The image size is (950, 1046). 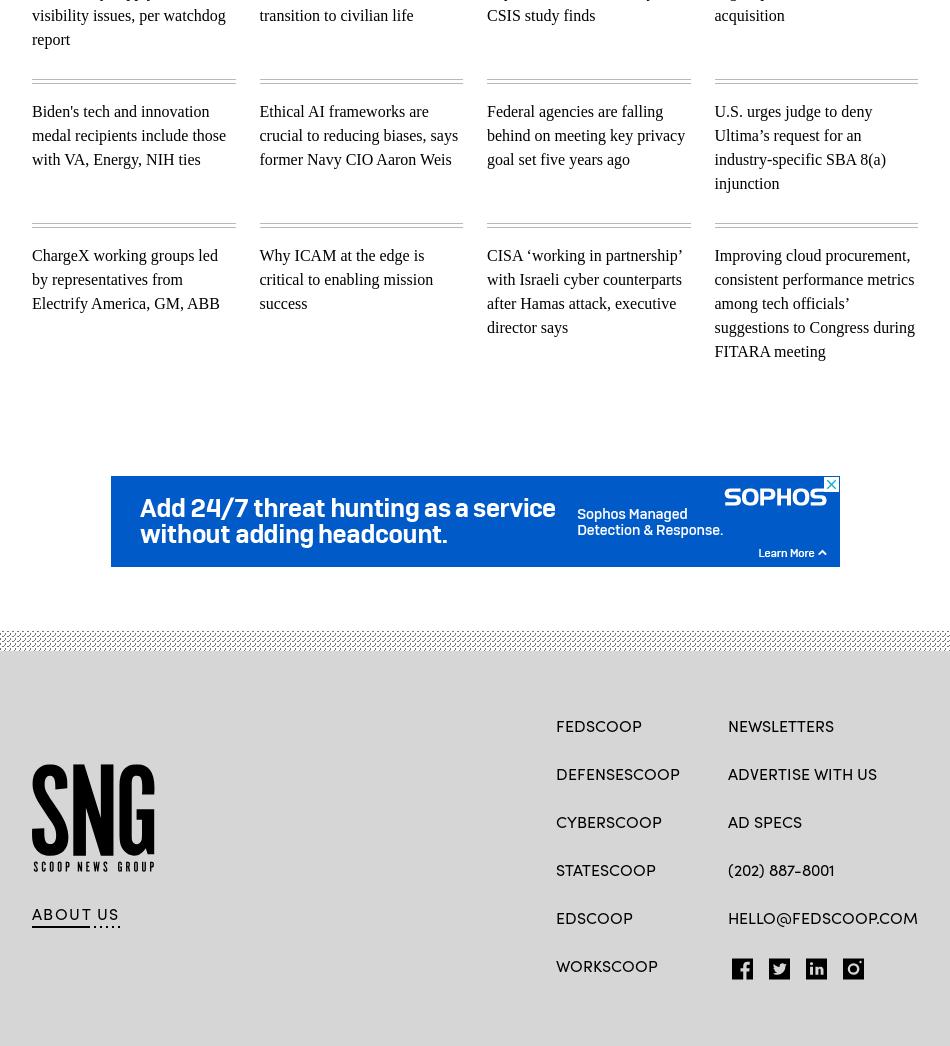 What do you see at coordinates (344, 278) in the screenshot?
I see `'Why ICAM at the edge is critical to enabling mission success'` at bounding box center [344, 278].